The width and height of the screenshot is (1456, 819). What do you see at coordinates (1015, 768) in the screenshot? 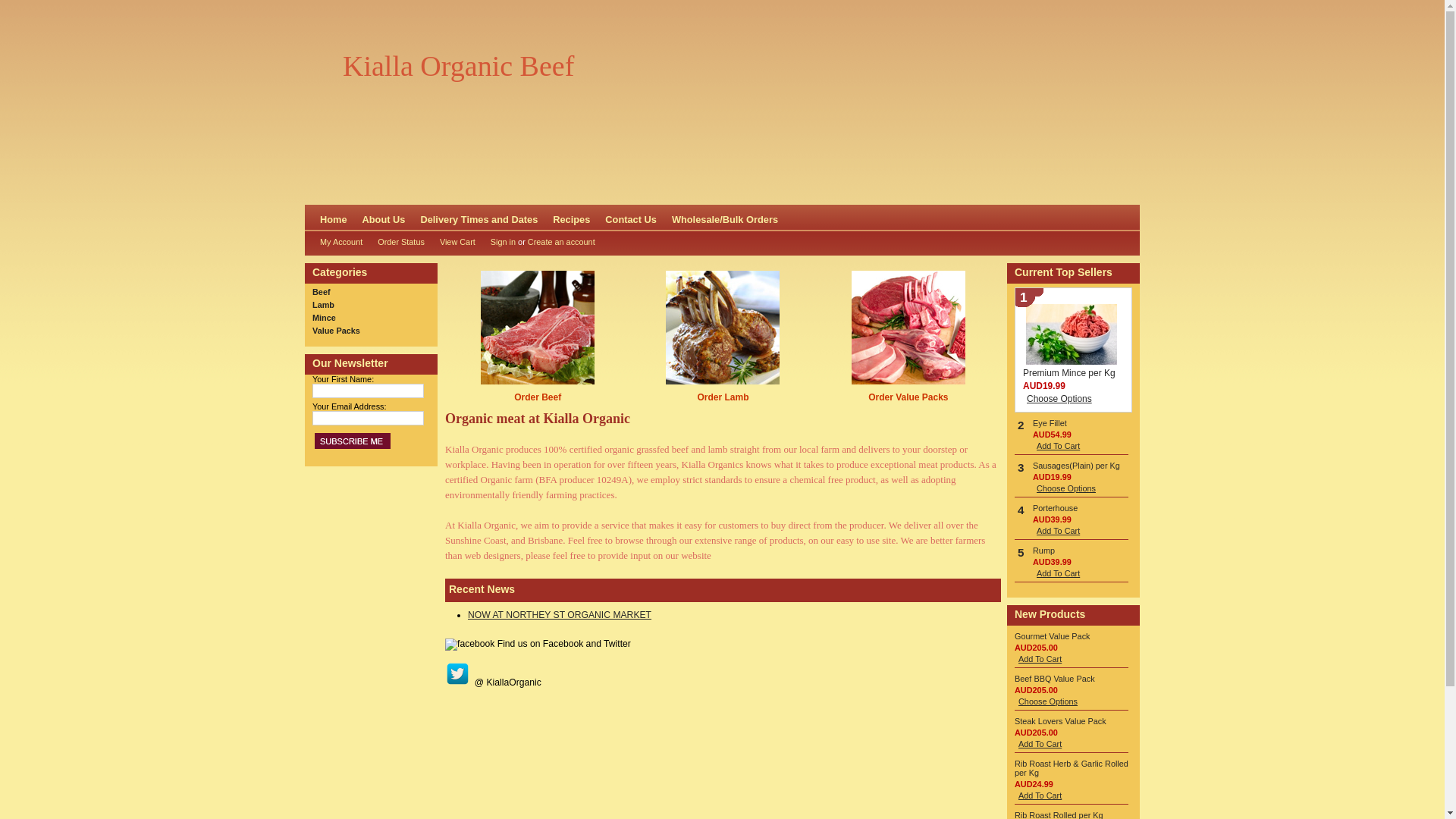
I see `'Rib Roast Herb & Garlic Rolled per Kg'` at bounding box center [1015, 768].